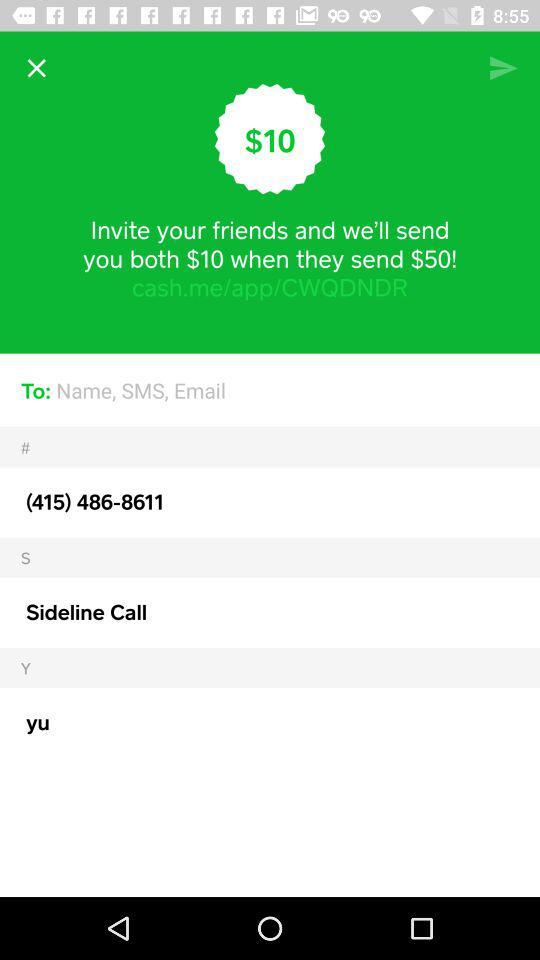 The width and height of the screenshot is (540, 960). What do you see at coordinates (270, 138) in the screenshot?
I see `the 10` at bounding box center [270, 138].